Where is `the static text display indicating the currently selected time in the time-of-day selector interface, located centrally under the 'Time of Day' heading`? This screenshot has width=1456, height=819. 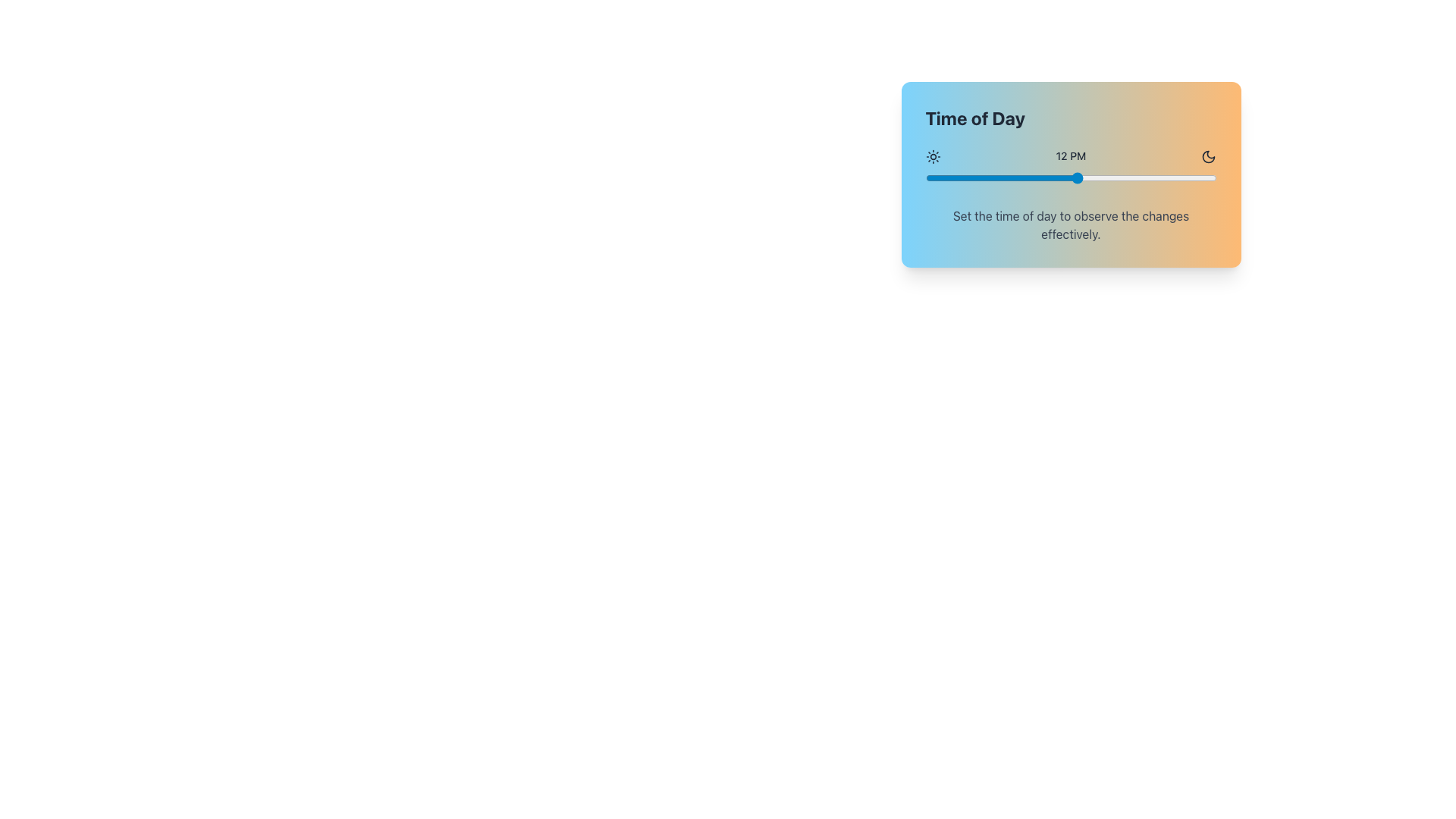
the static text display indicating the currently selected time in the time-of-day selector interface, located centrally under the 'Time of Day' heading is located at coordinates (1070, 156).